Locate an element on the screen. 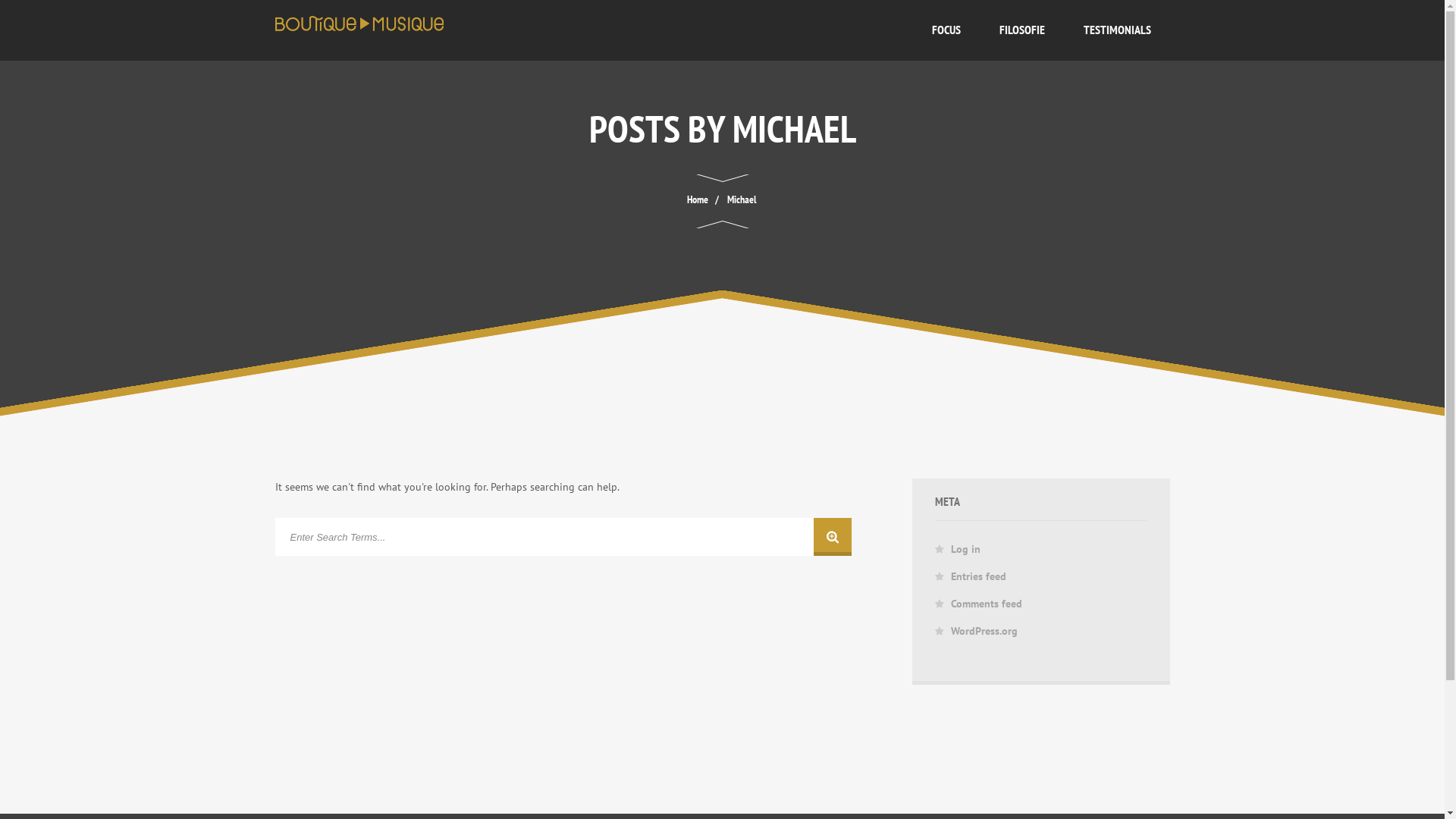  'WordPress.org' is located at coordinates (984, 631).